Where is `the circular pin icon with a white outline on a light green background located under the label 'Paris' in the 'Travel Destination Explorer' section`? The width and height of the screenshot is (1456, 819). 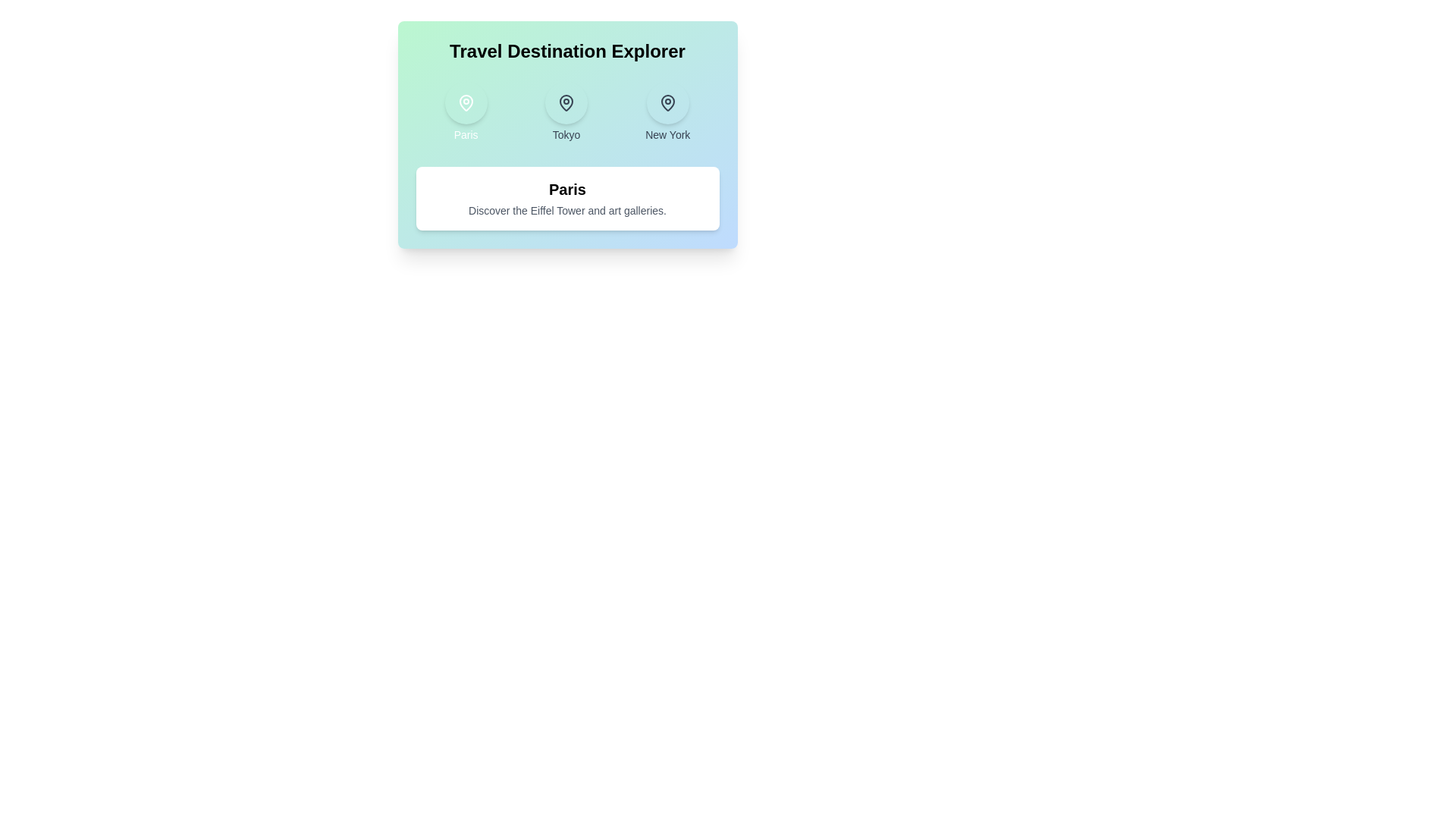 the circular pin icon with a white outline on a light green background located under the label 'Paris' in the 'Travel Destination Explorer' section is located at coordinates (465, 102).